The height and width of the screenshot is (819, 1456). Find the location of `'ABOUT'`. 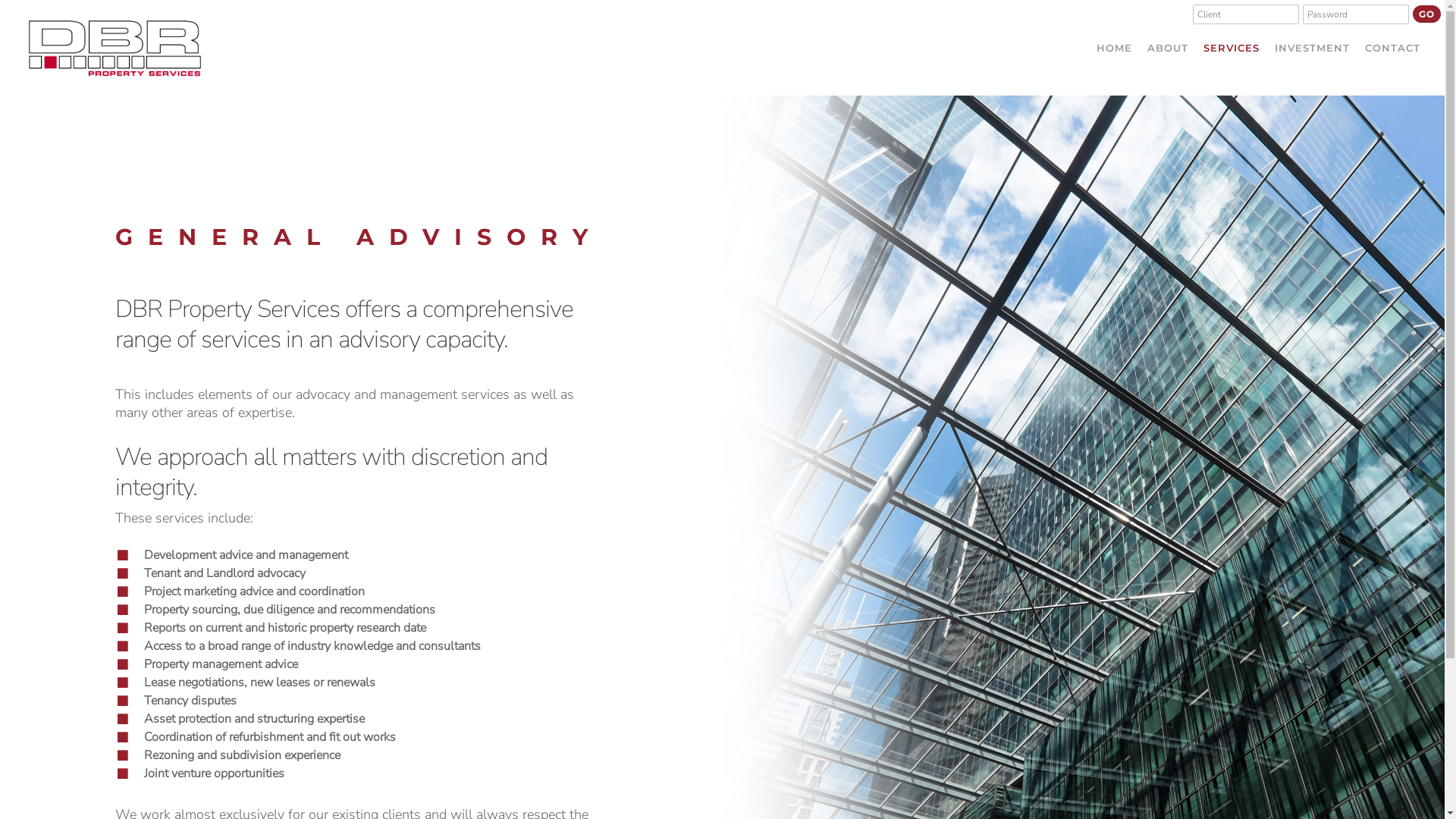

'ABOUT' is located at coordinates (1167, 46).